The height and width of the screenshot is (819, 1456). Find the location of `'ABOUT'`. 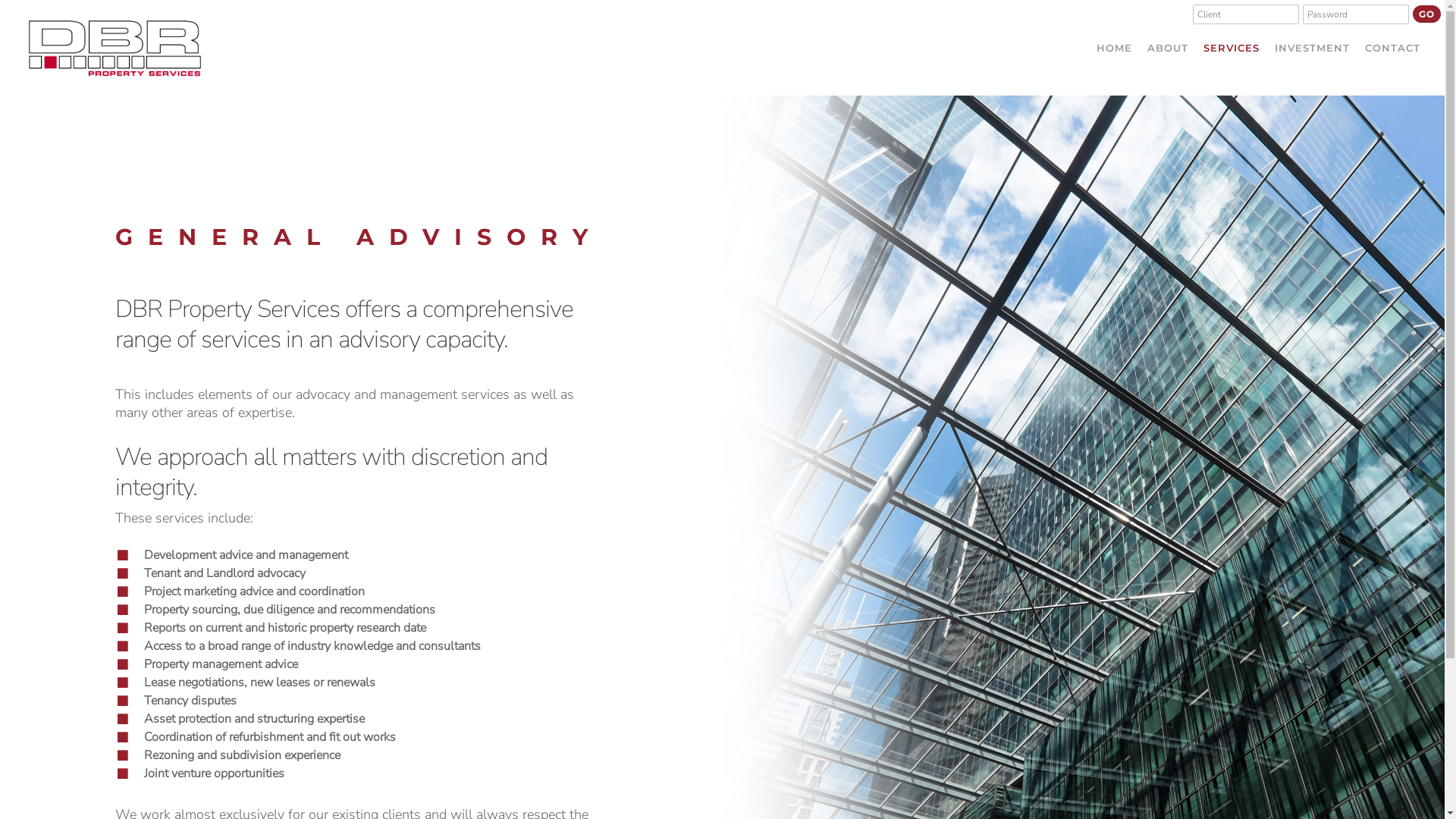

'ABOUT' is located at coordinates (1167, 46).